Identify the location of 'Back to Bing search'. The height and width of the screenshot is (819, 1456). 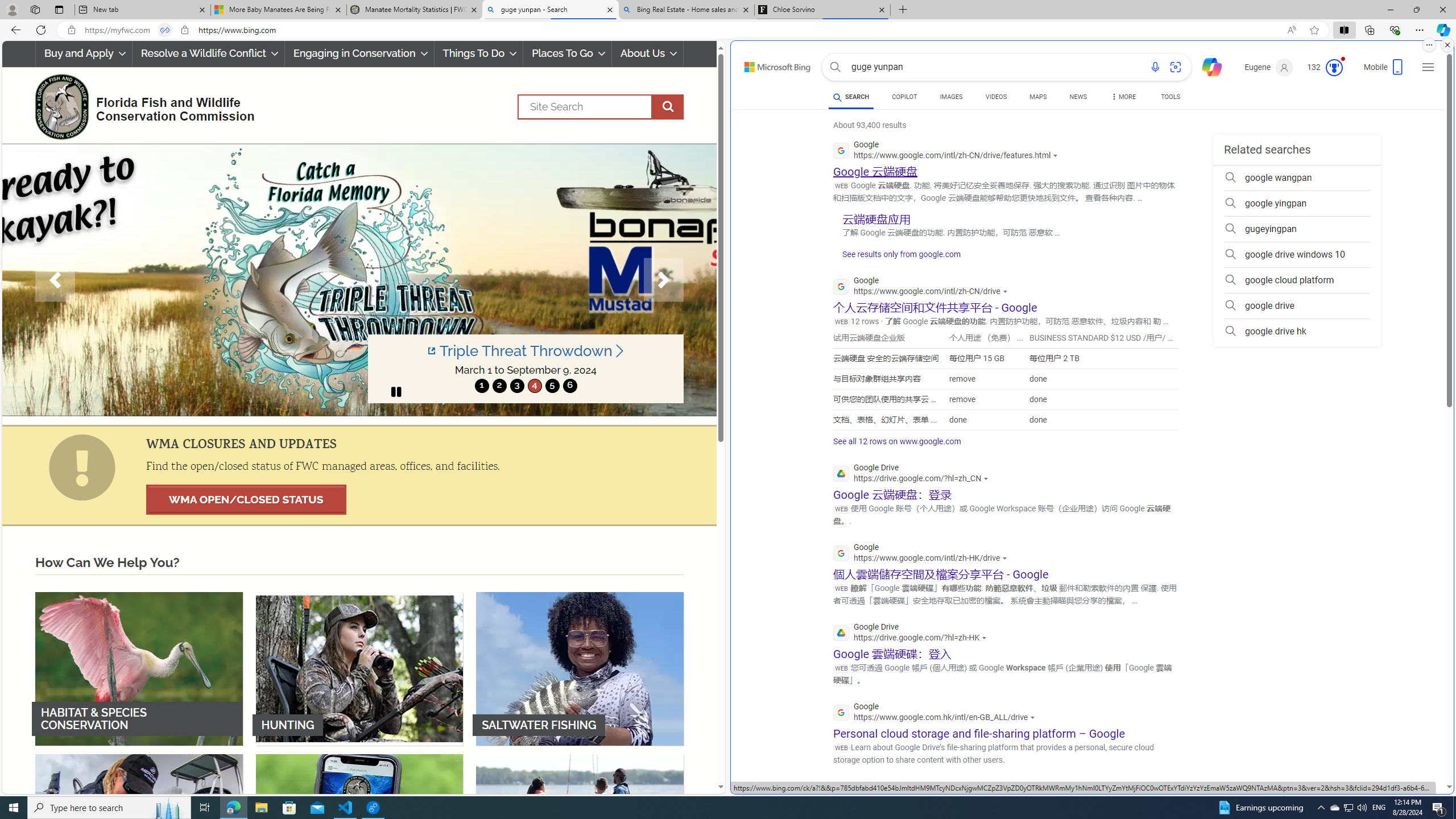
(770, 64).